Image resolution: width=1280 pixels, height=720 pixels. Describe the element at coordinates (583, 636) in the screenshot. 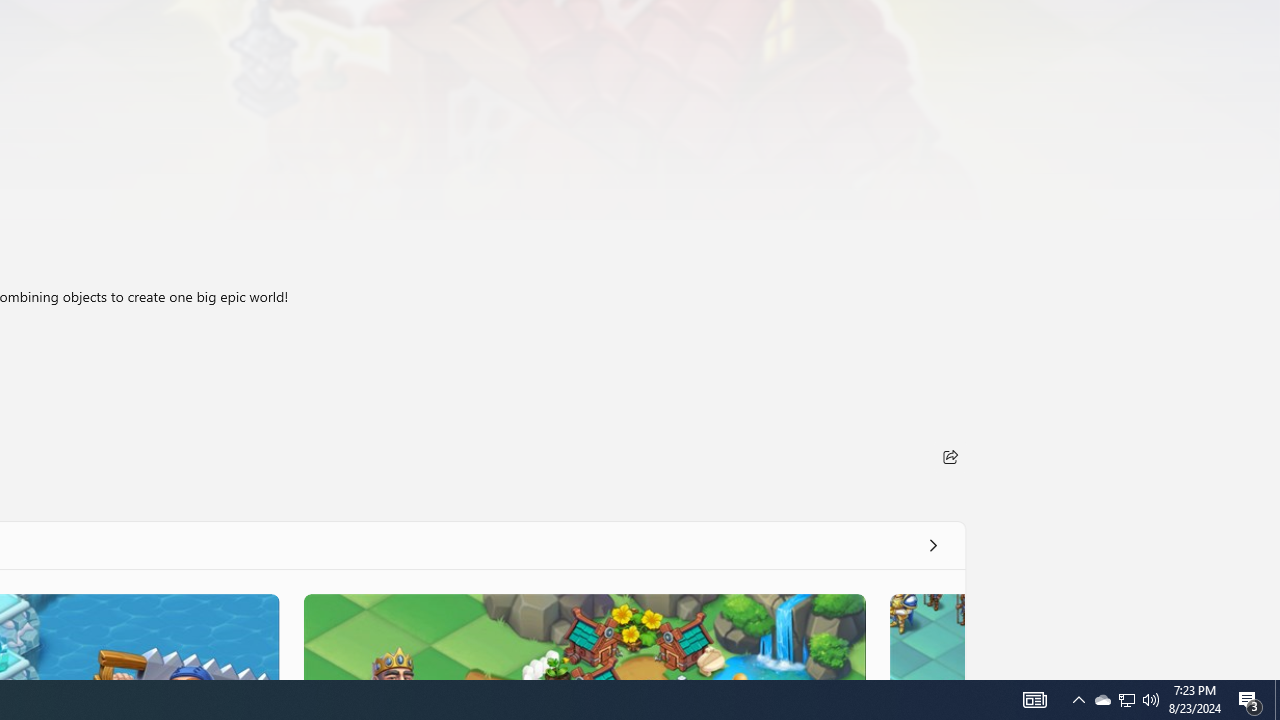

I see `'Screenshot 3'` at that location.